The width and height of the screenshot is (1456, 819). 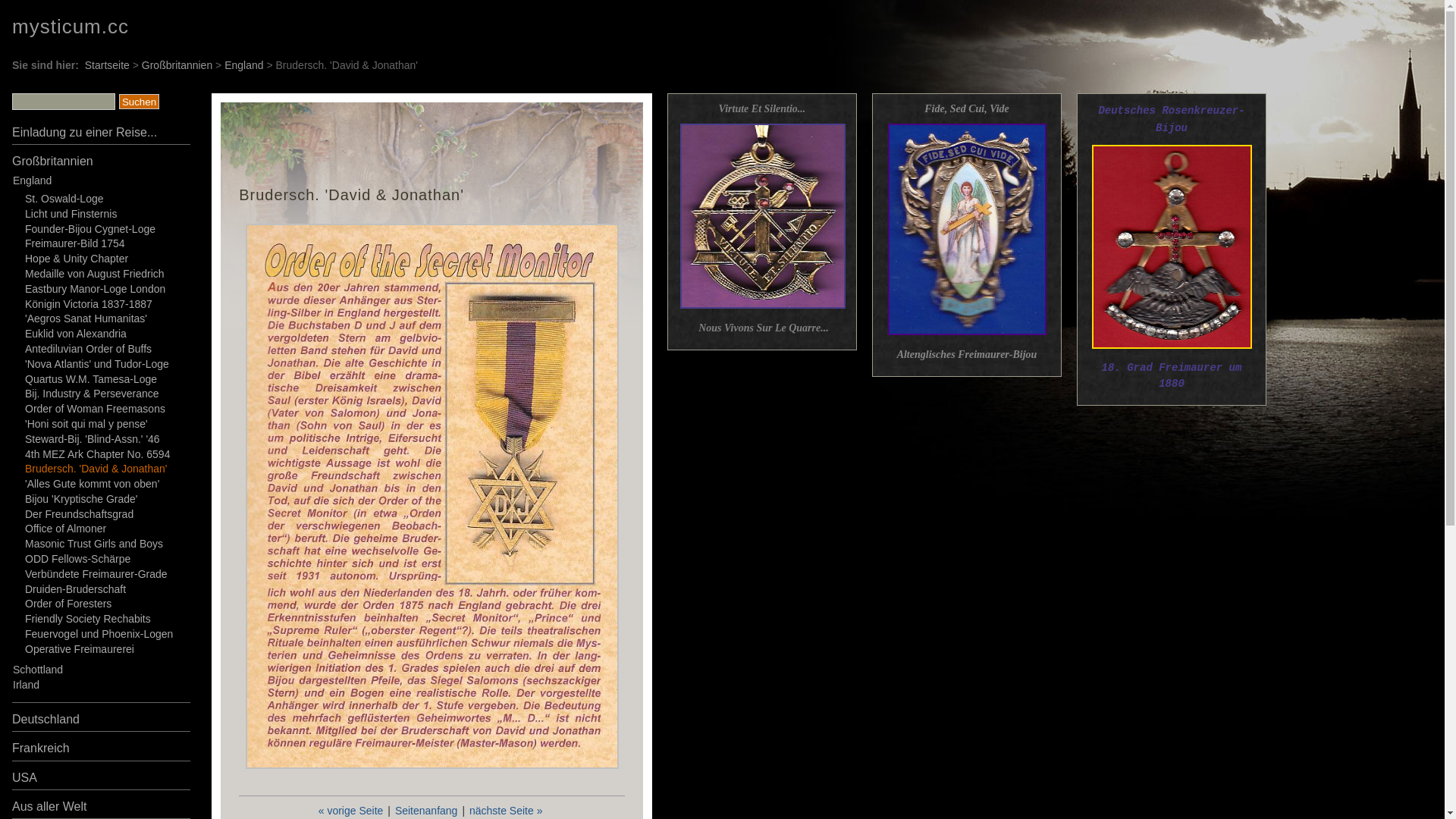 I want to click on 'Deutschland', so click(x=45, y=718).